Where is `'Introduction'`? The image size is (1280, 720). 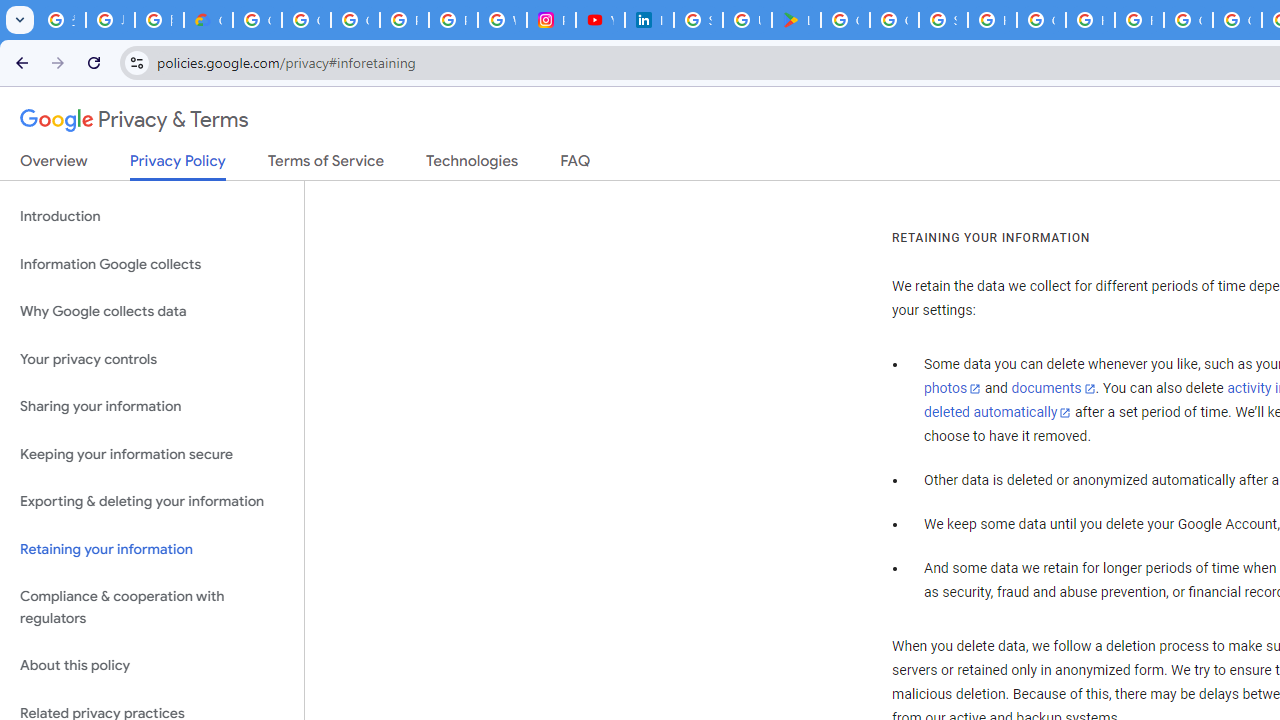
'Introduction' is located at coordinates (151, 217).